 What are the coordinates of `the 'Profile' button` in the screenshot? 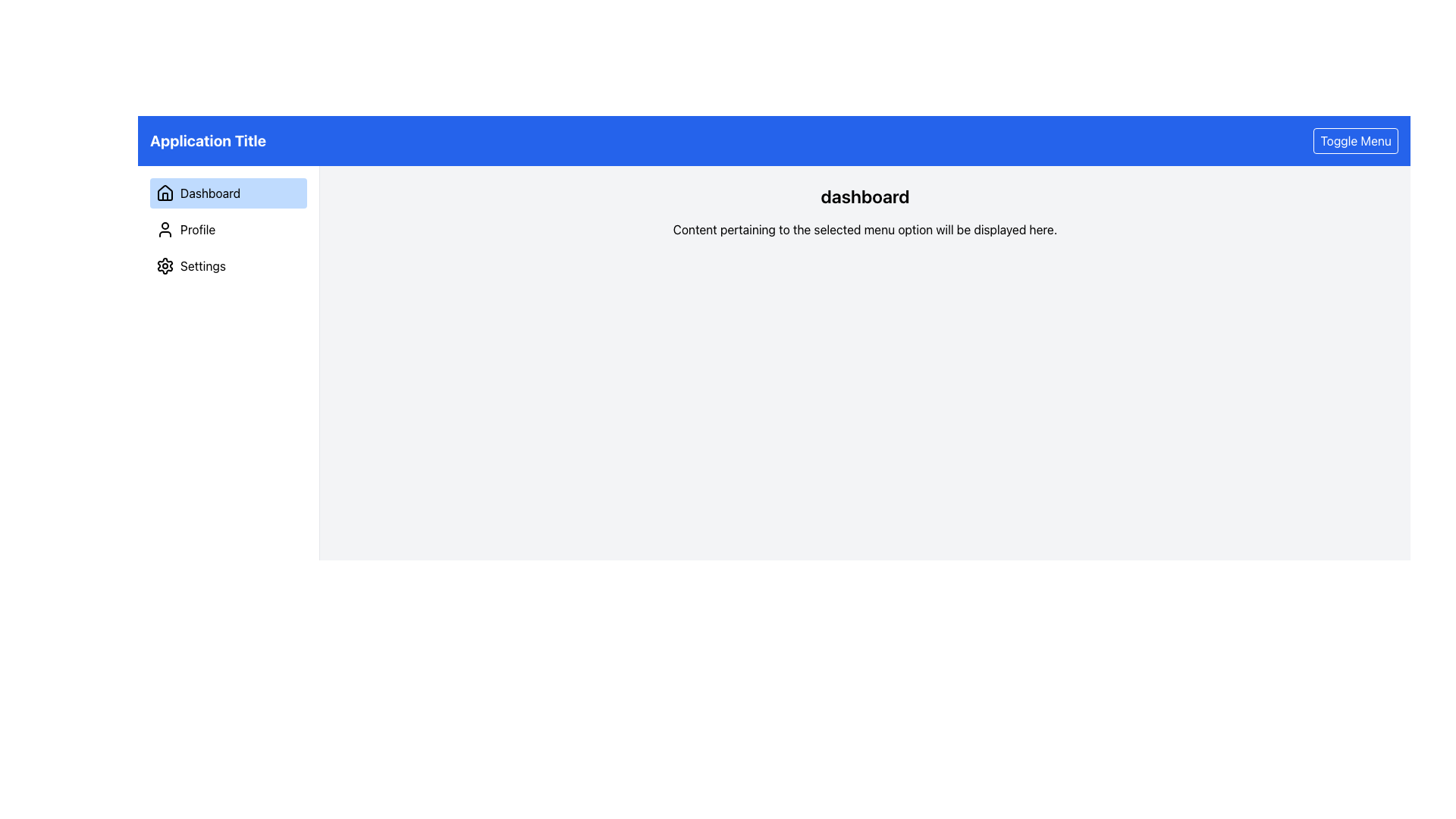 It's located at (227, 230).